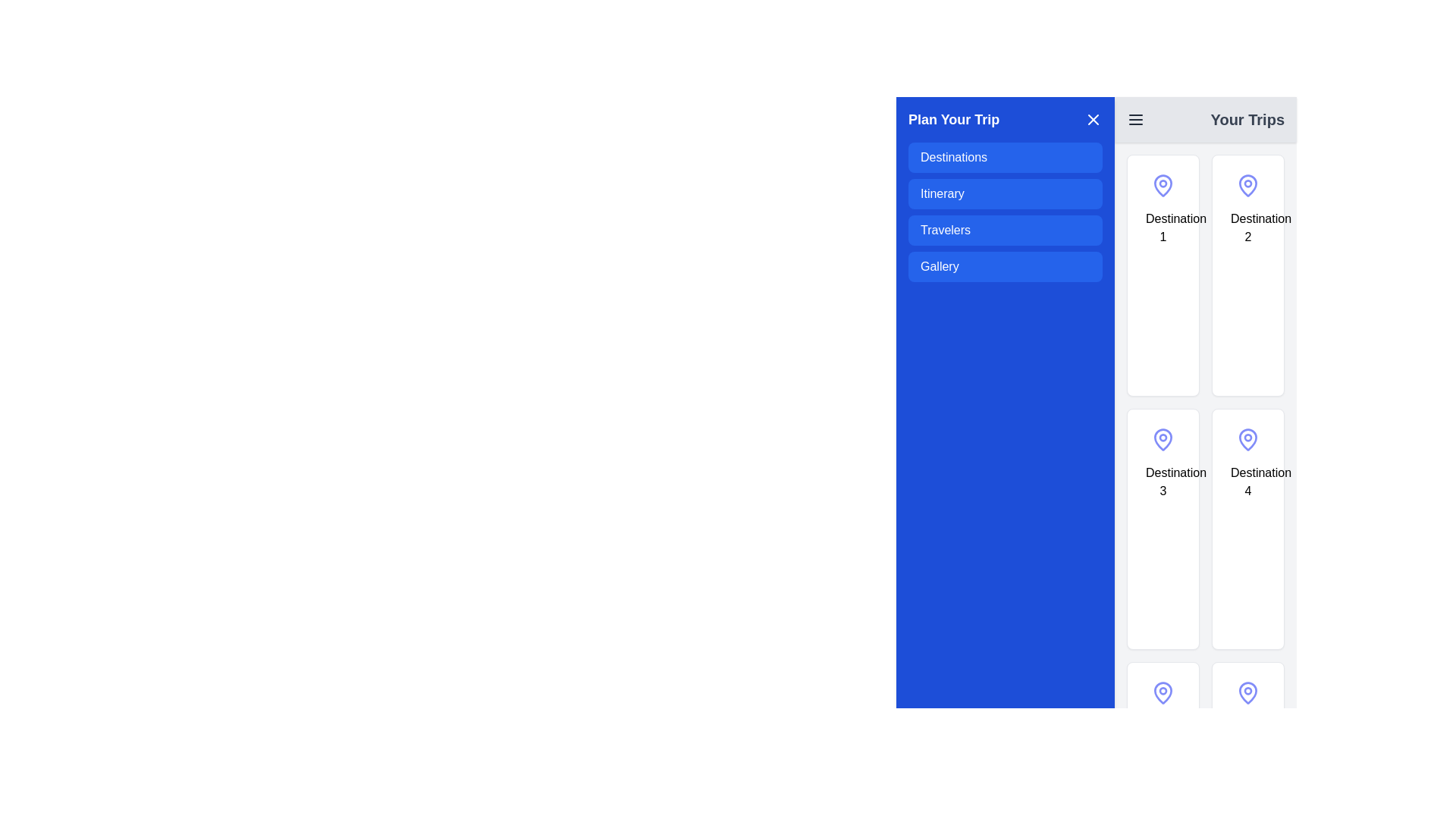 The image size is (1456, 819). I want to click on the fourth button in the vertical stack located inside the blue panel titled 'Plan Your Trip', so click(1005, 265).